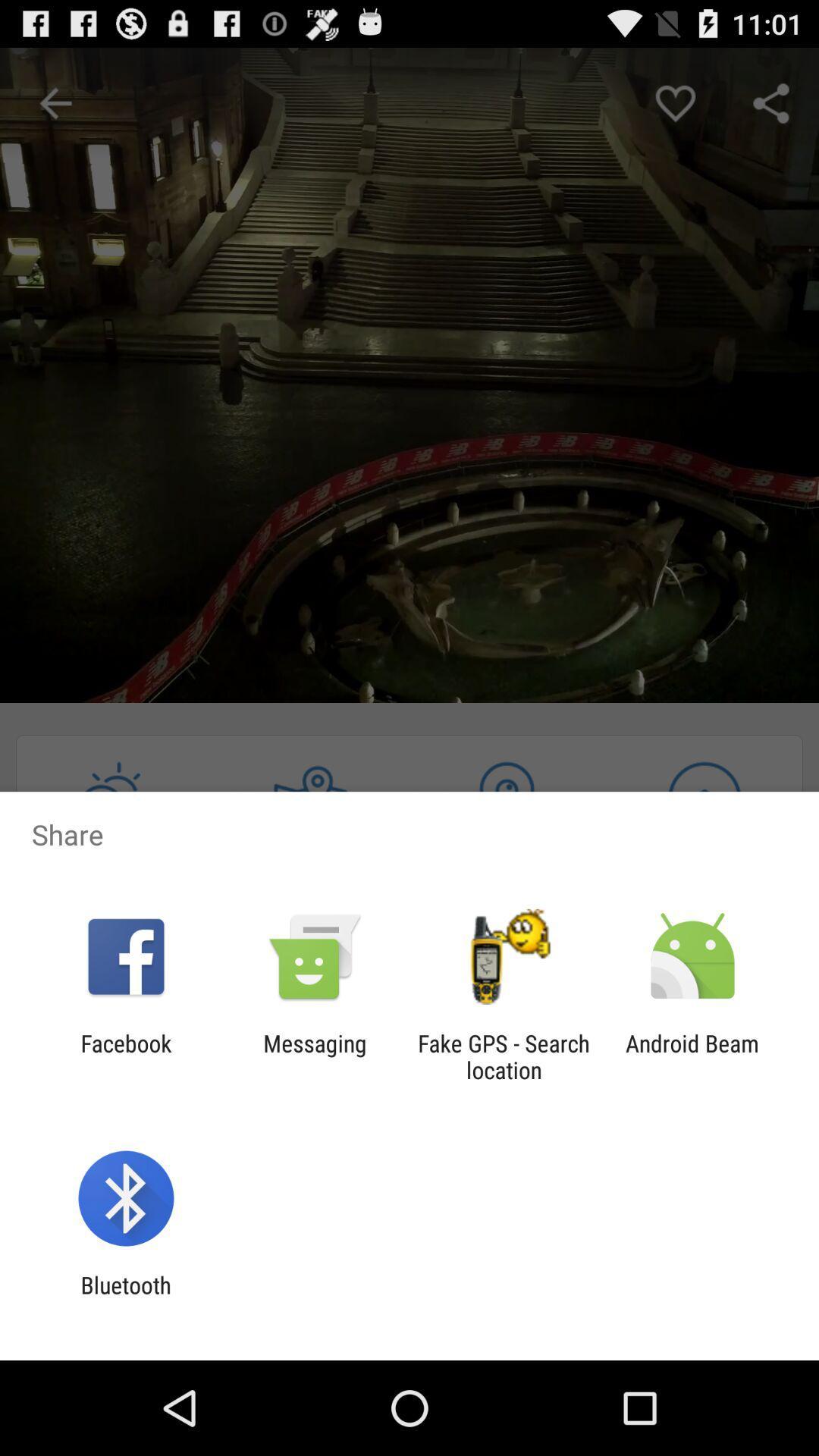 The height and width of the screenshot is (1456, 819). Describe the element at coordinates (504, 1056) in the screenshot. I see `the app next to the messaging` at that location.